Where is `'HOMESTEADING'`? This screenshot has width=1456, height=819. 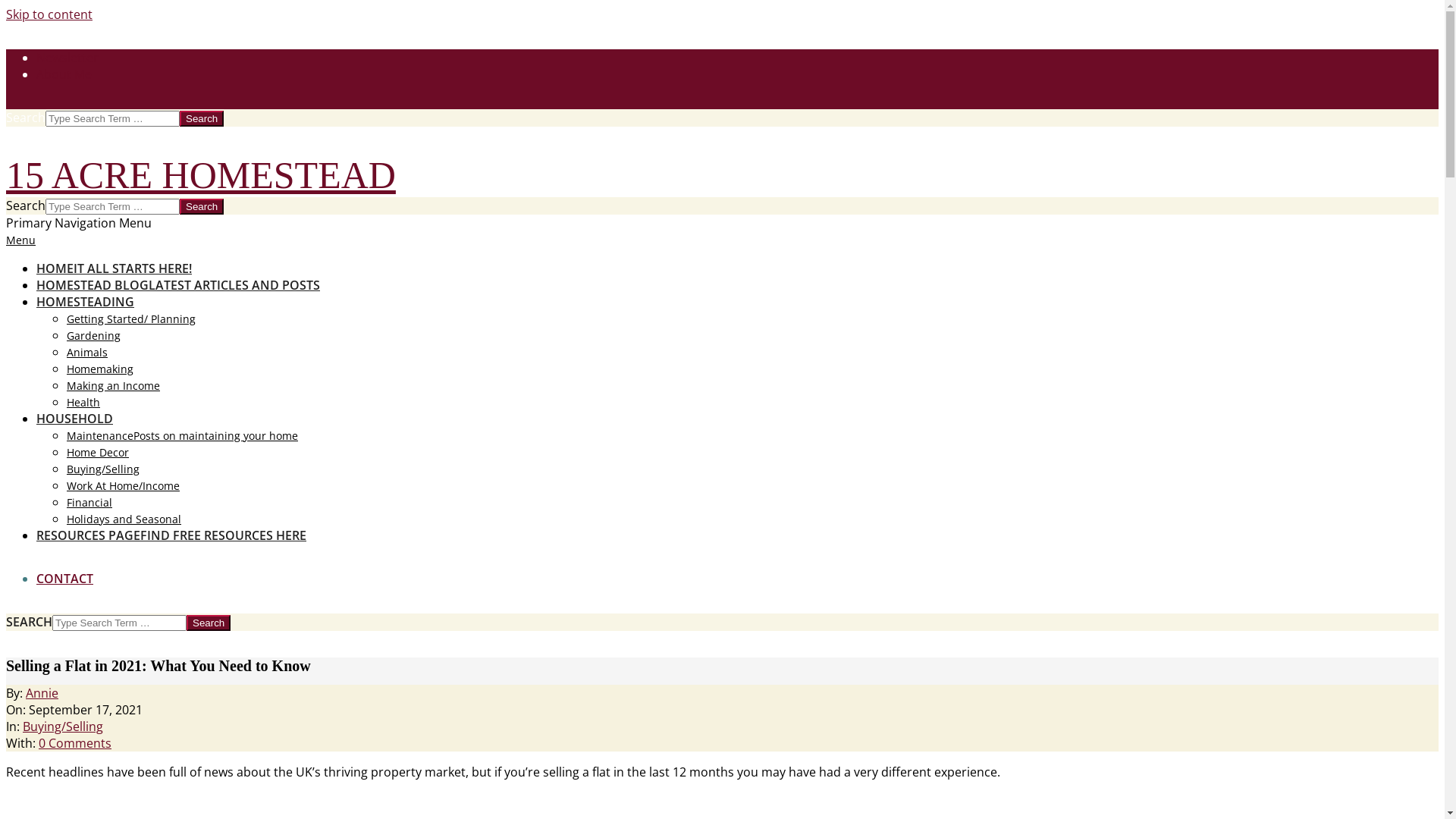
'HOMESTEADING' is located at coordinates (84, 301).